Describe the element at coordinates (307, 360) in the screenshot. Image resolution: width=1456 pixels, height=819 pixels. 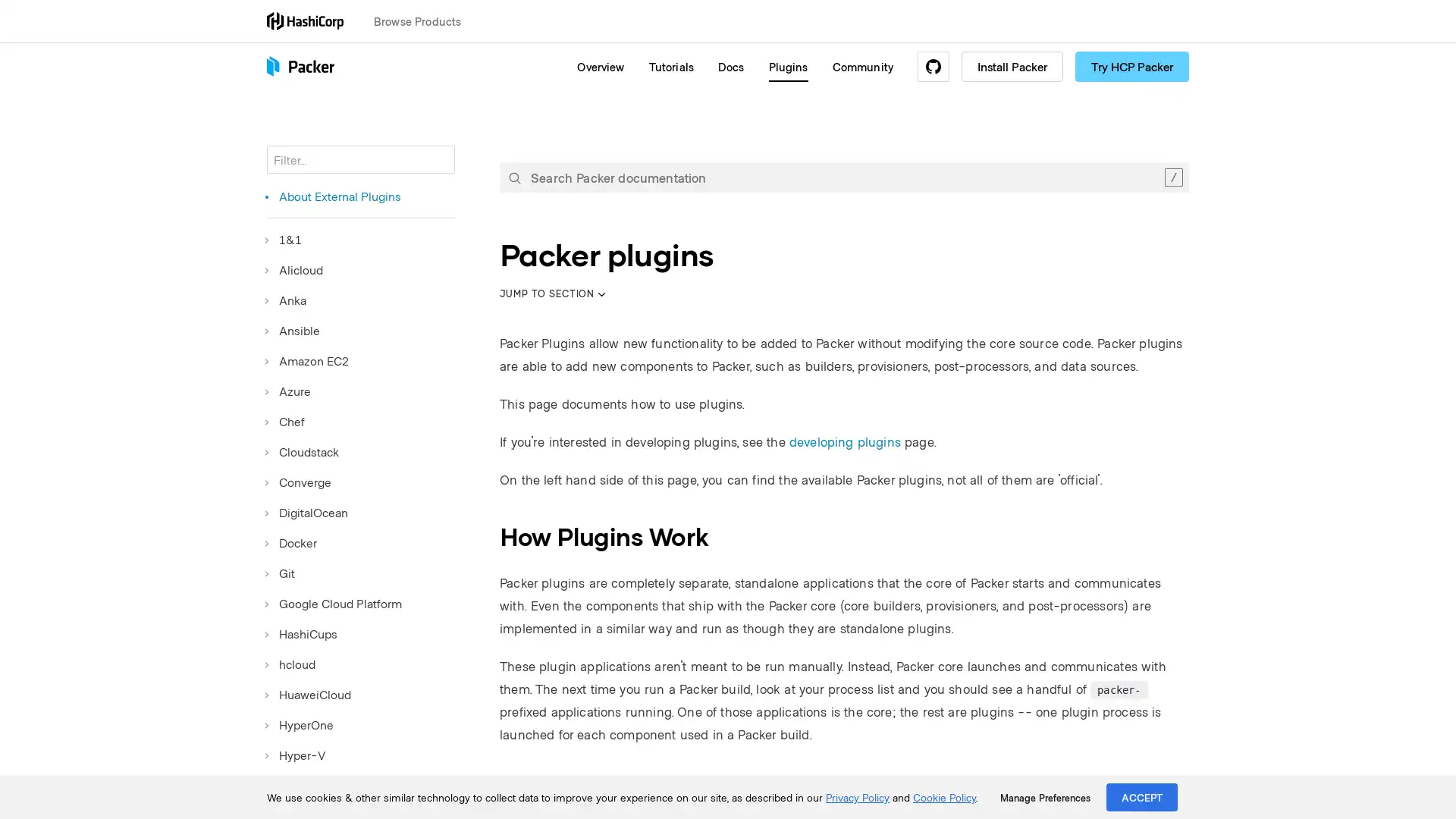
I see `Amazon EC2` at that location.